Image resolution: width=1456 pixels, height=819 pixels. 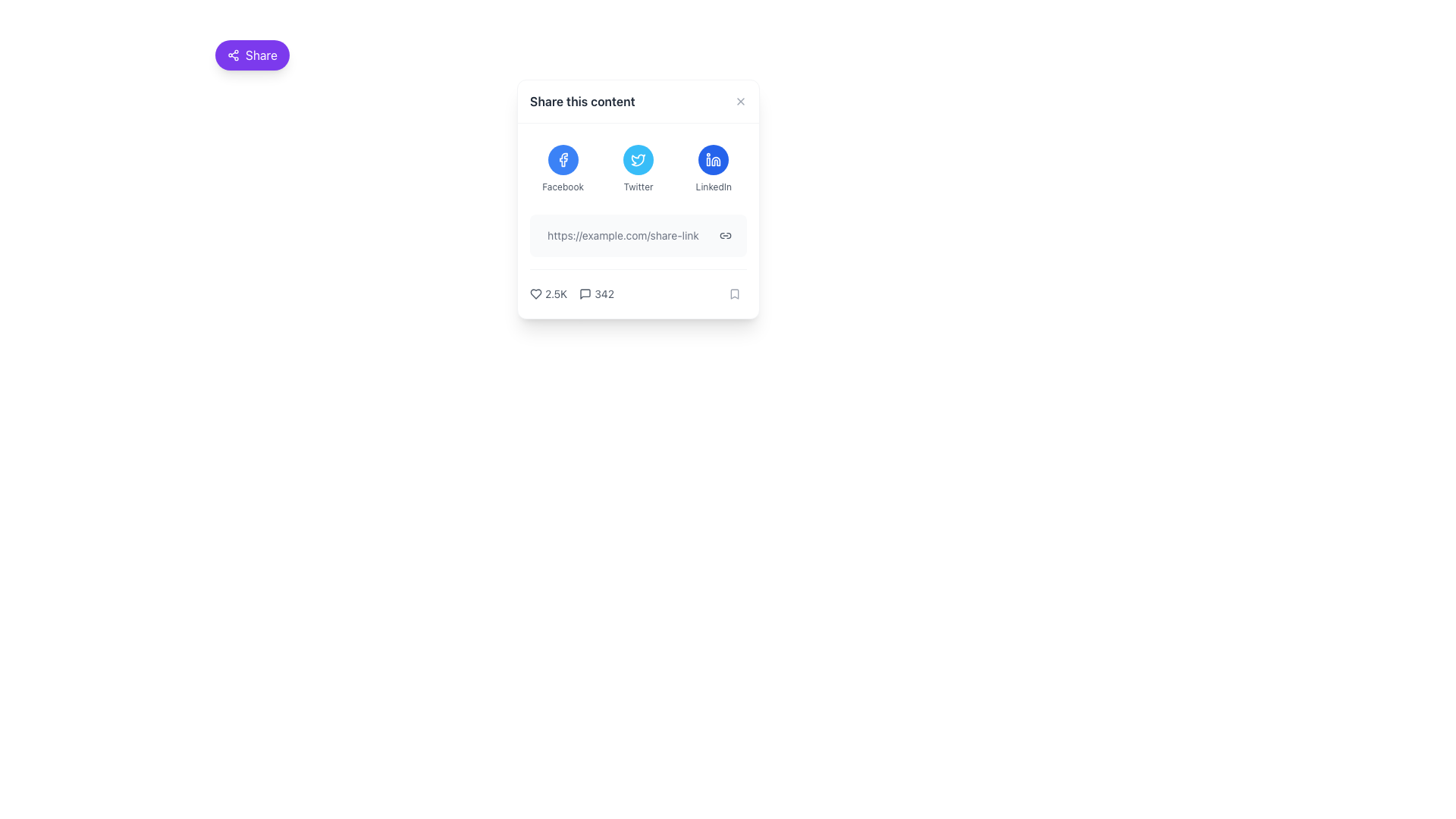 What do you see at coordinates (562, 160) in the screenshot?
I see `the Facebook sharing icon located at the top-left of the sharing options section` at bounding box center [562, 160].